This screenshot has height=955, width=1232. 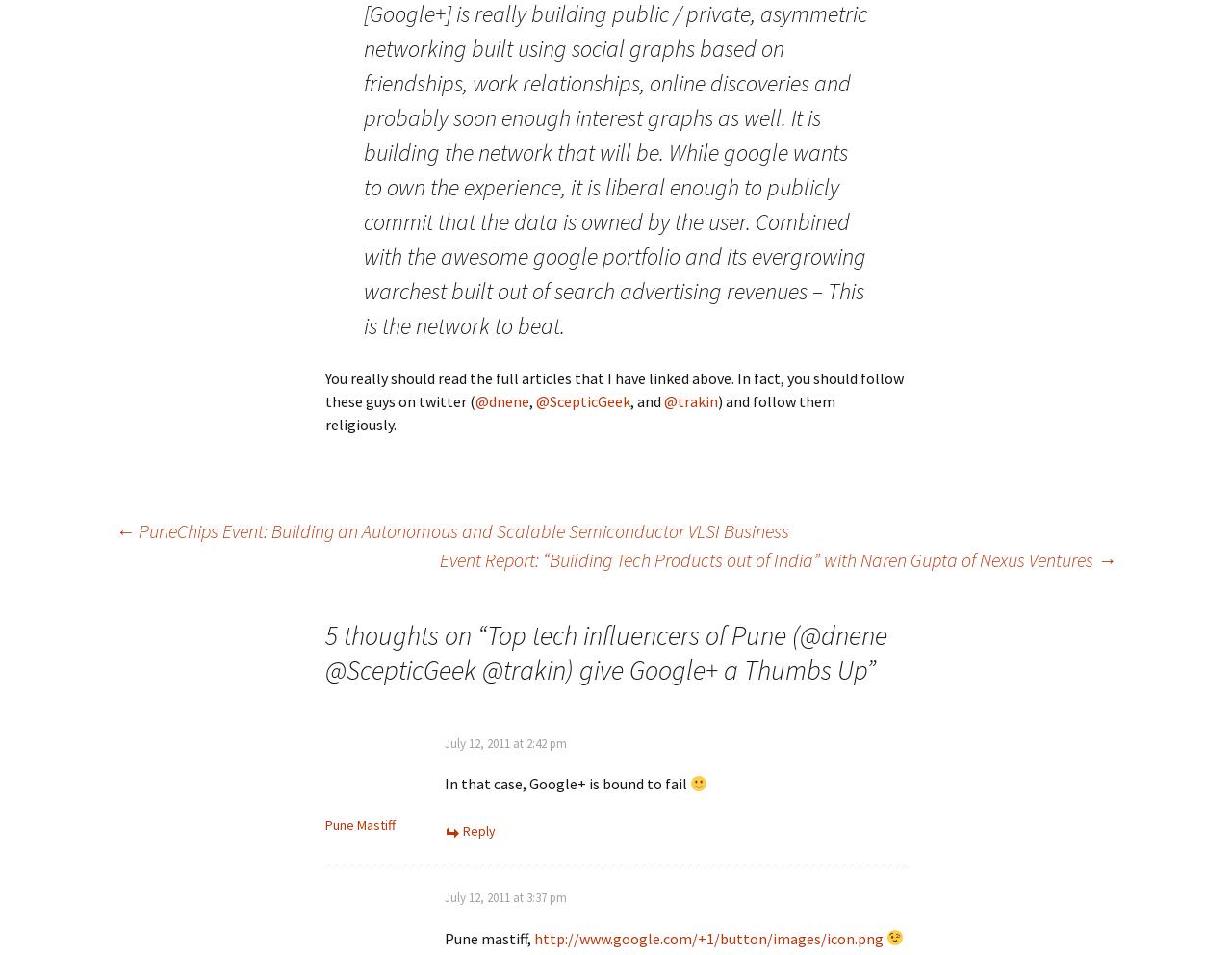 What do you see at coordinates (134, 529) in the screenshot?
I see `'PuneChips Event: Building an Autonomous and Scalable Semiconductor VLSI Business'` at bounding box center [134, 529].